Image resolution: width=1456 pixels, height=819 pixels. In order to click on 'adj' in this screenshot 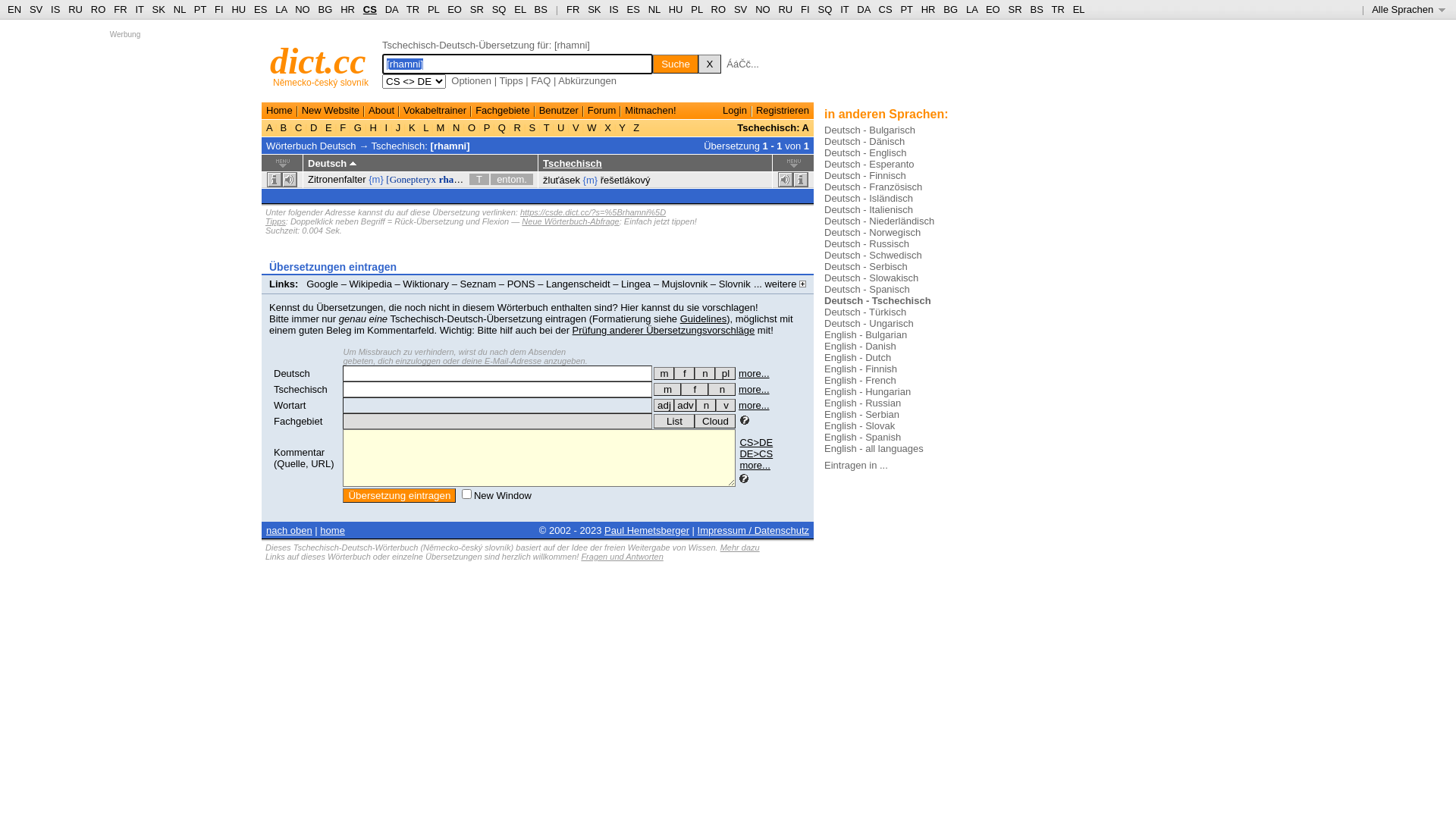, I will do `click(664, 404)`.